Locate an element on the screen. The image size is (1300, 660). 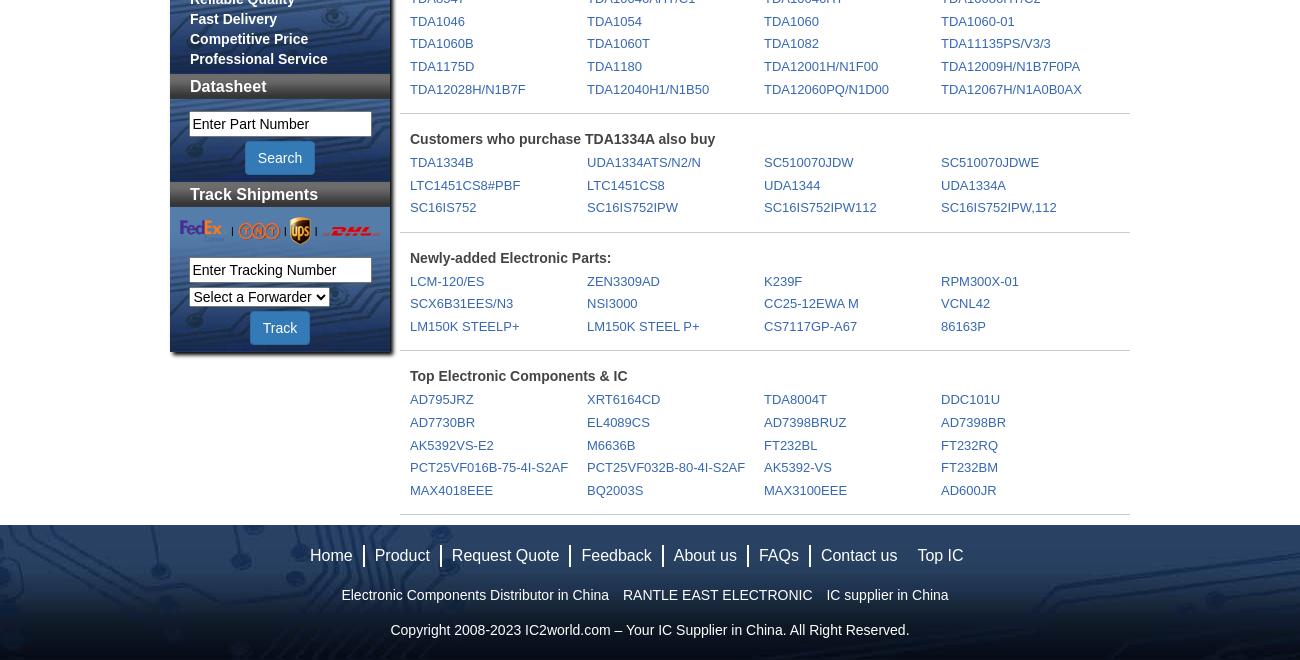
'Top Electronic Components & IC' is located at coordinates (518, 375).